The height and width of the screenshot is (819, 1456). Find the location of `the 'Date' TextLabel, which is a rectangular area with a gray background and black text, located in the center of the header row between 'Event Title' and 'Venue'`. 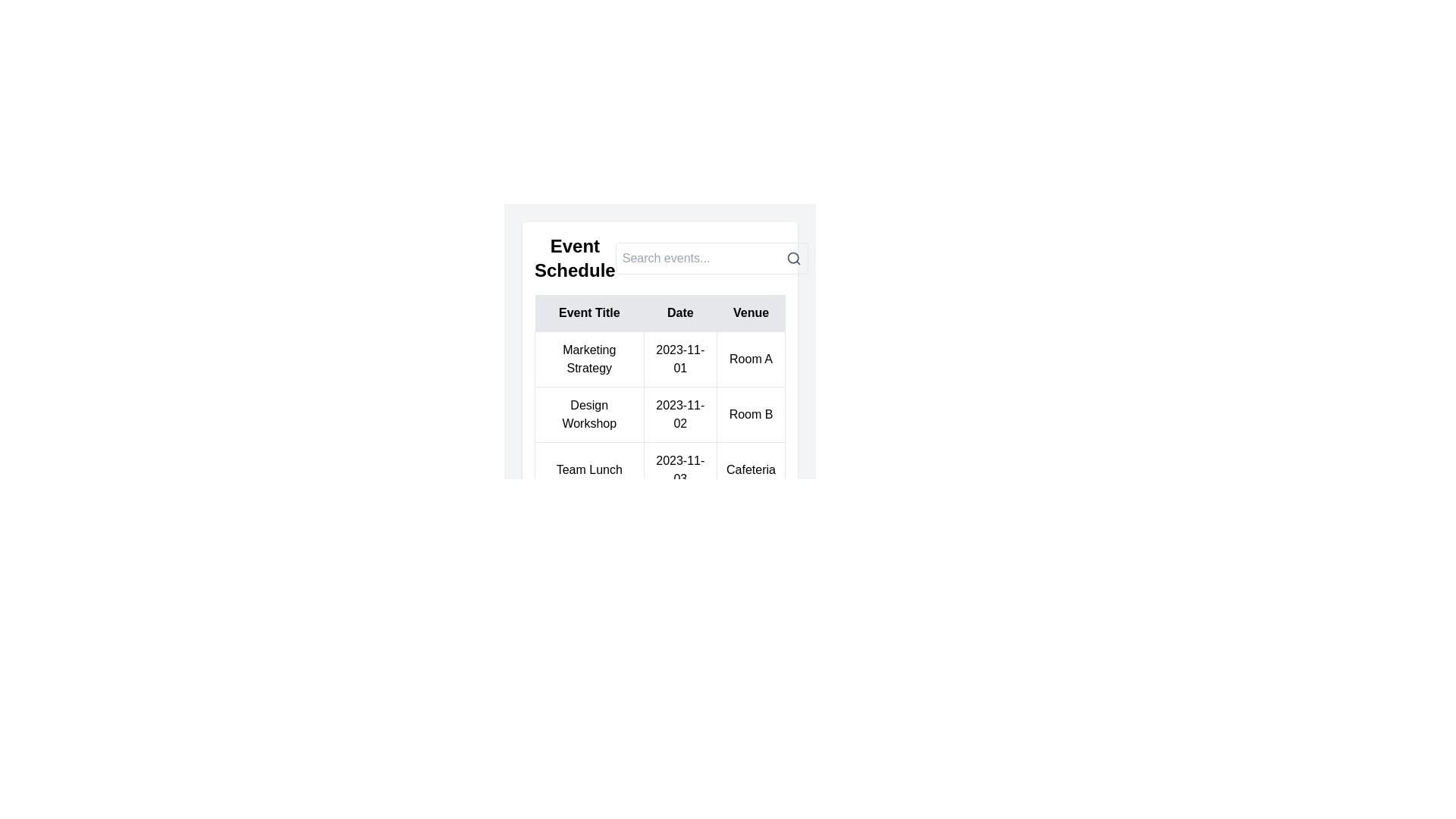

the 'Date' TextLabel, which is a rectangular area with a gray background and black text, located in the center of the header row between 'Event Title' and 'Venue' is located at coordinates (679, 312).